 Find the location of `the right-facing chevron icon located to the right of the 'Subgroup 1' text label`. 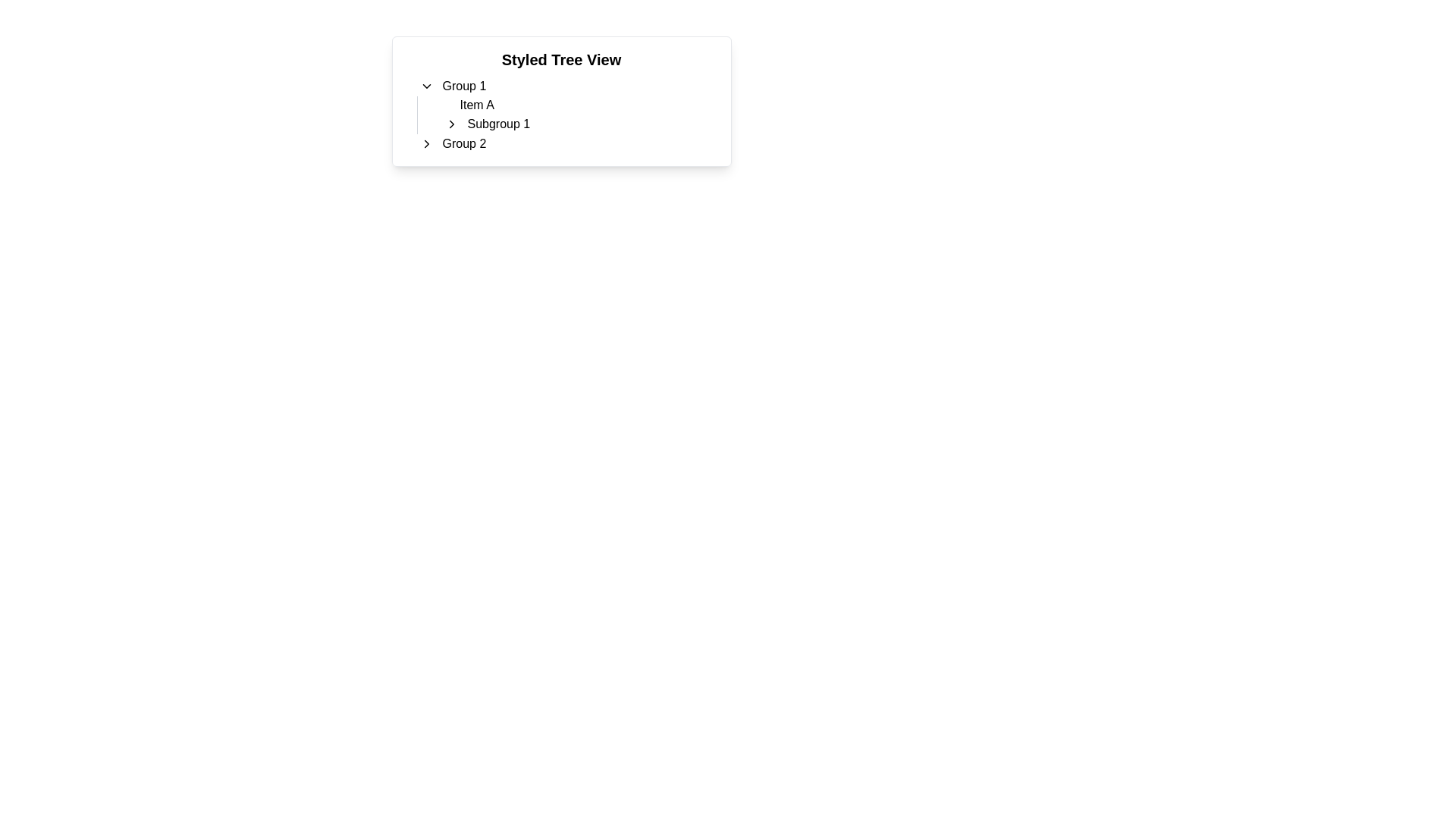

the right-facing chevron icon located to the right of the 'Subgroup 1' text label is located at coordinates (450, 124).